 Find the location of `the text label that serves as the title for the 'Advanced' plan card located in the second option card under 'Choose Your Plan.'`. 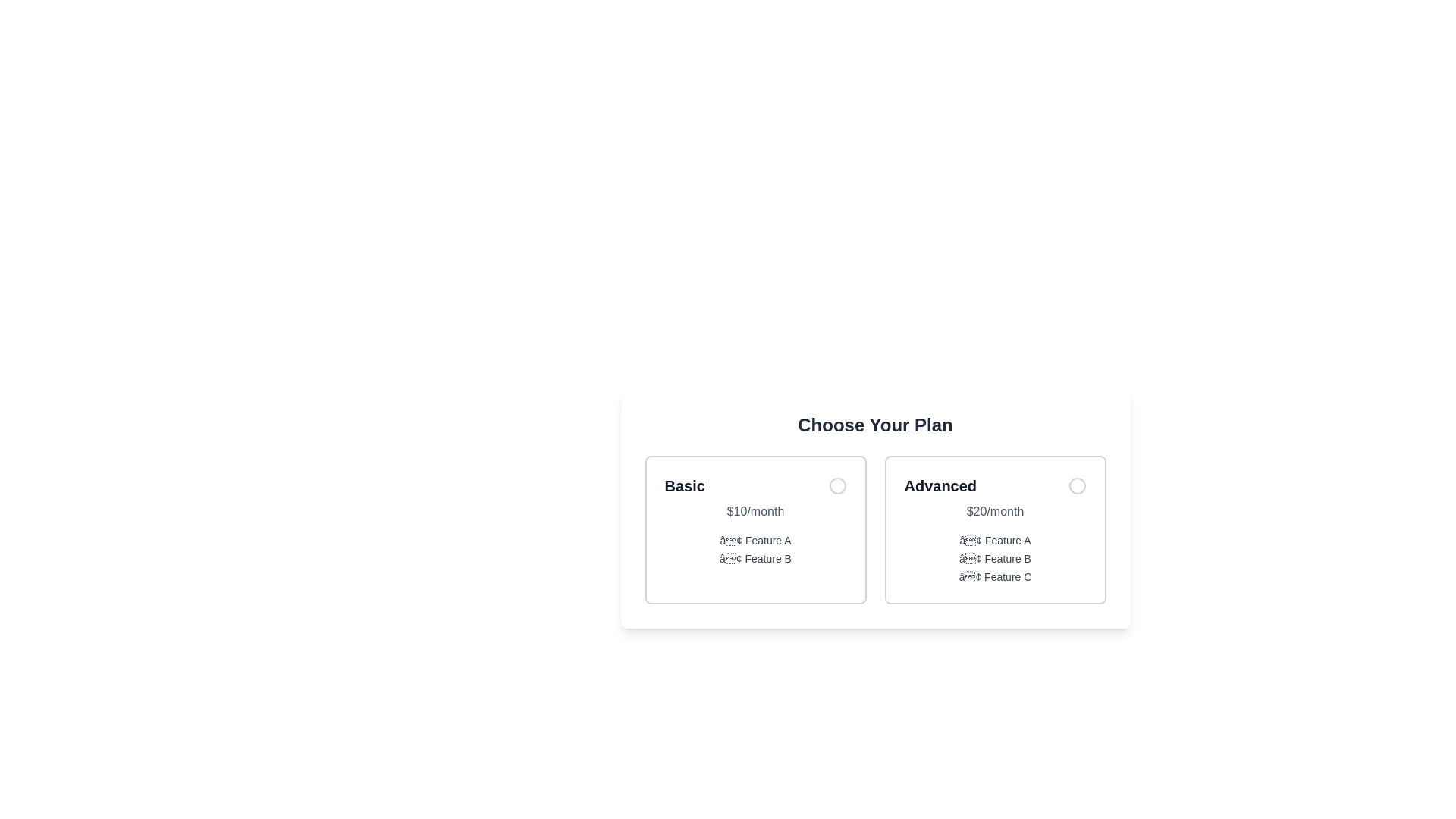

the text label that serves as the title for the 'Advanced' plan card located in the second option card under 'Choose Your Plan.' is located at coordinates (940, 485).